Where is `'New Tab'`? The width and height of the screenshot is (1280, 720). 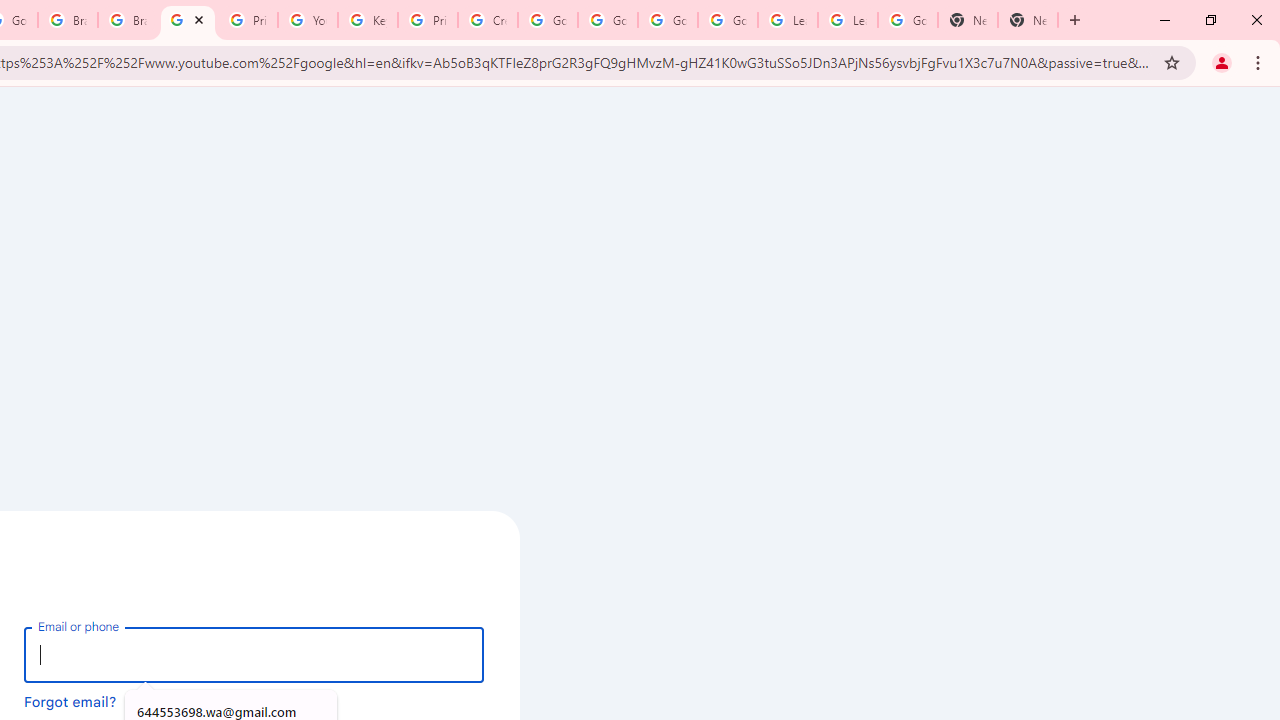
'New Tab' is located at coordinates (968, 20).